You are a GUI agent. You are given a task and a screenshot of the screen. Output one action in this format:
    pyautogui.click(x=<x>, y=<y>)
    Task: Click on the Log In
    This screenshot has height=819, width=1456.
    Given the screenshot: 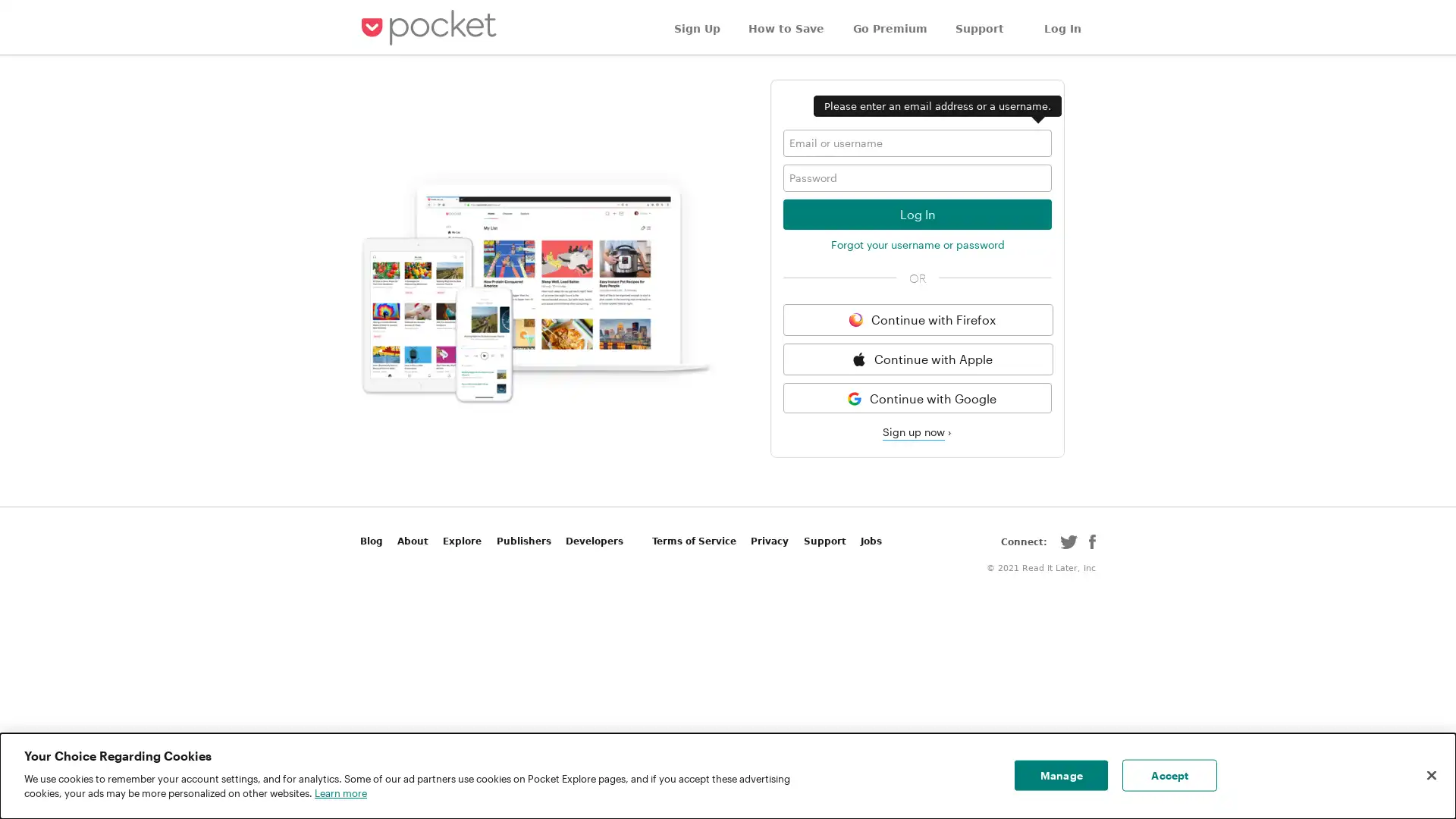 What is the action you would take?
    pyautogui.click(x=916, y=213)
    